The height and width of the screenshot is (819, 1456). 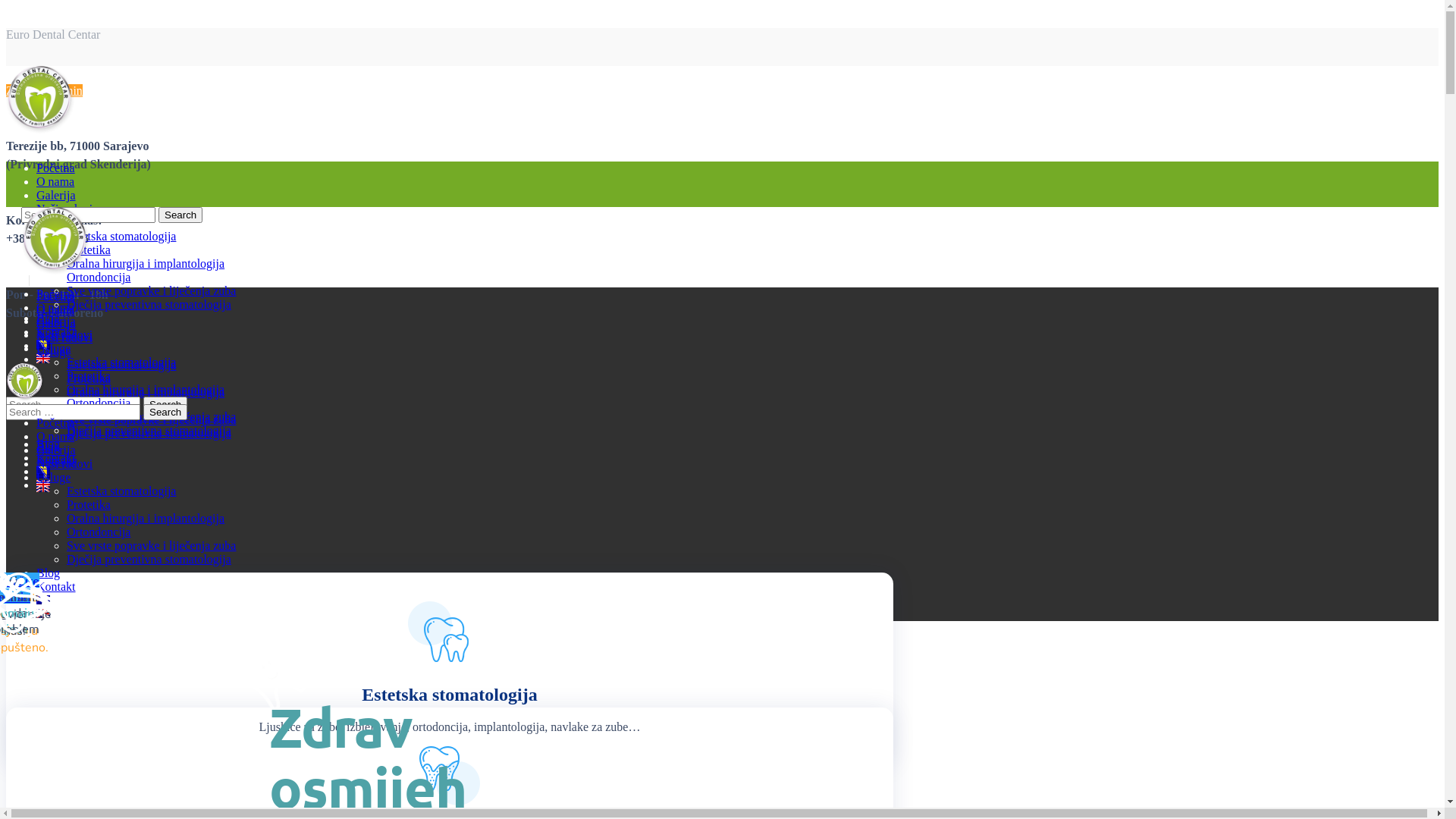 I want to click on 'Estetska stomatologija', so click(x=120, y=365).